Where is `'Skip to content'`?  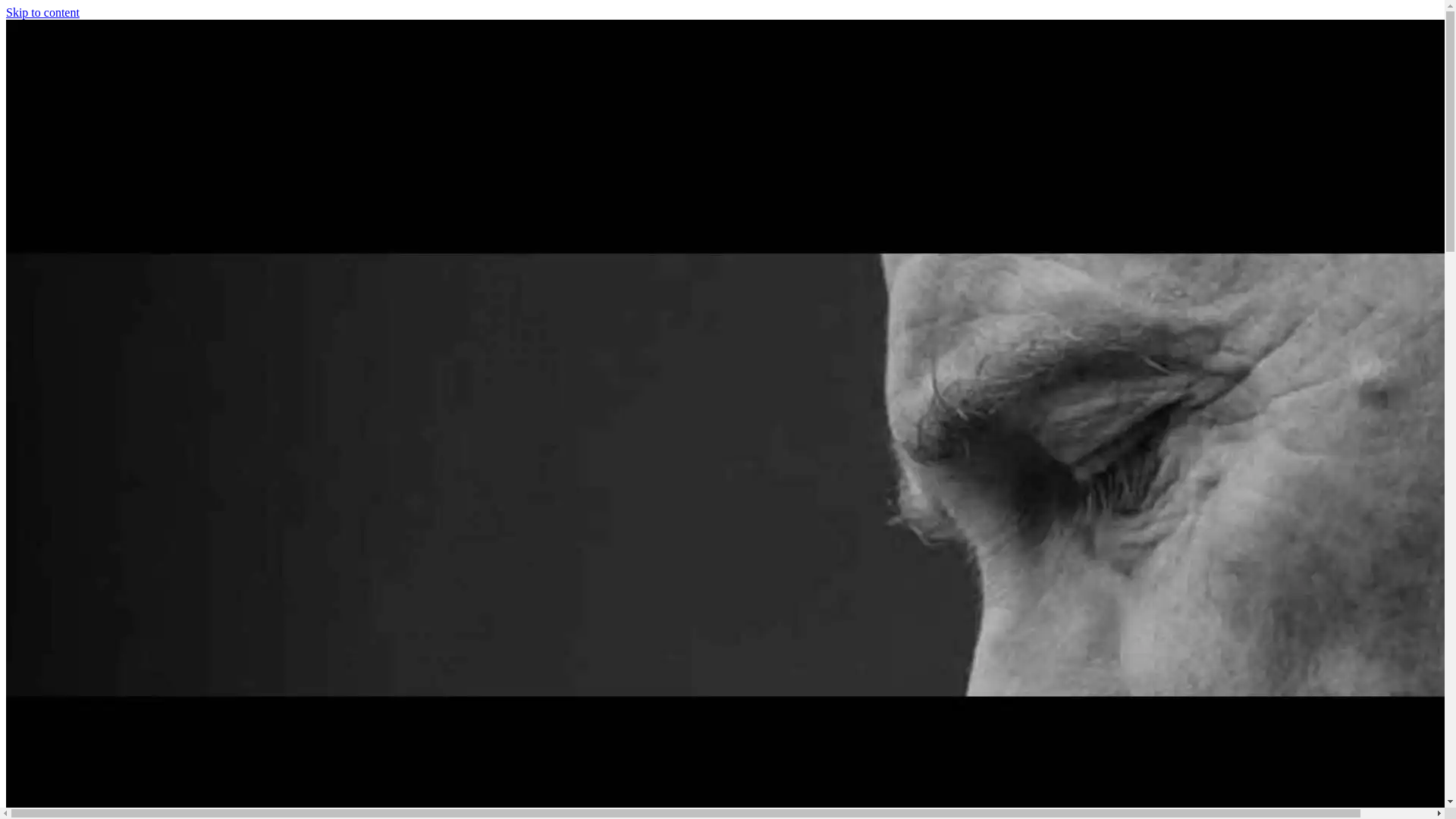 'Skip to content' is located at coordinates (6, 12).